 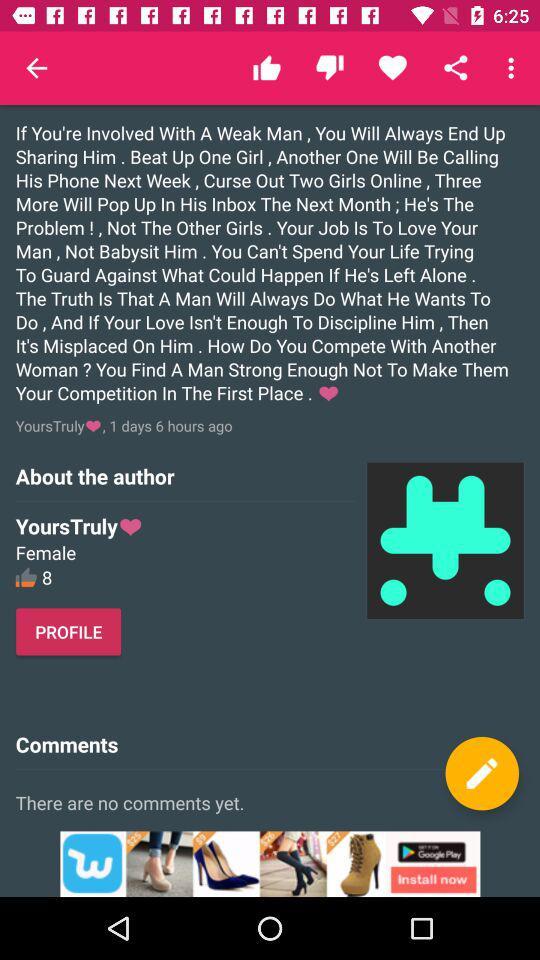 I want to click on the profile button, so click(x=70, y=630).